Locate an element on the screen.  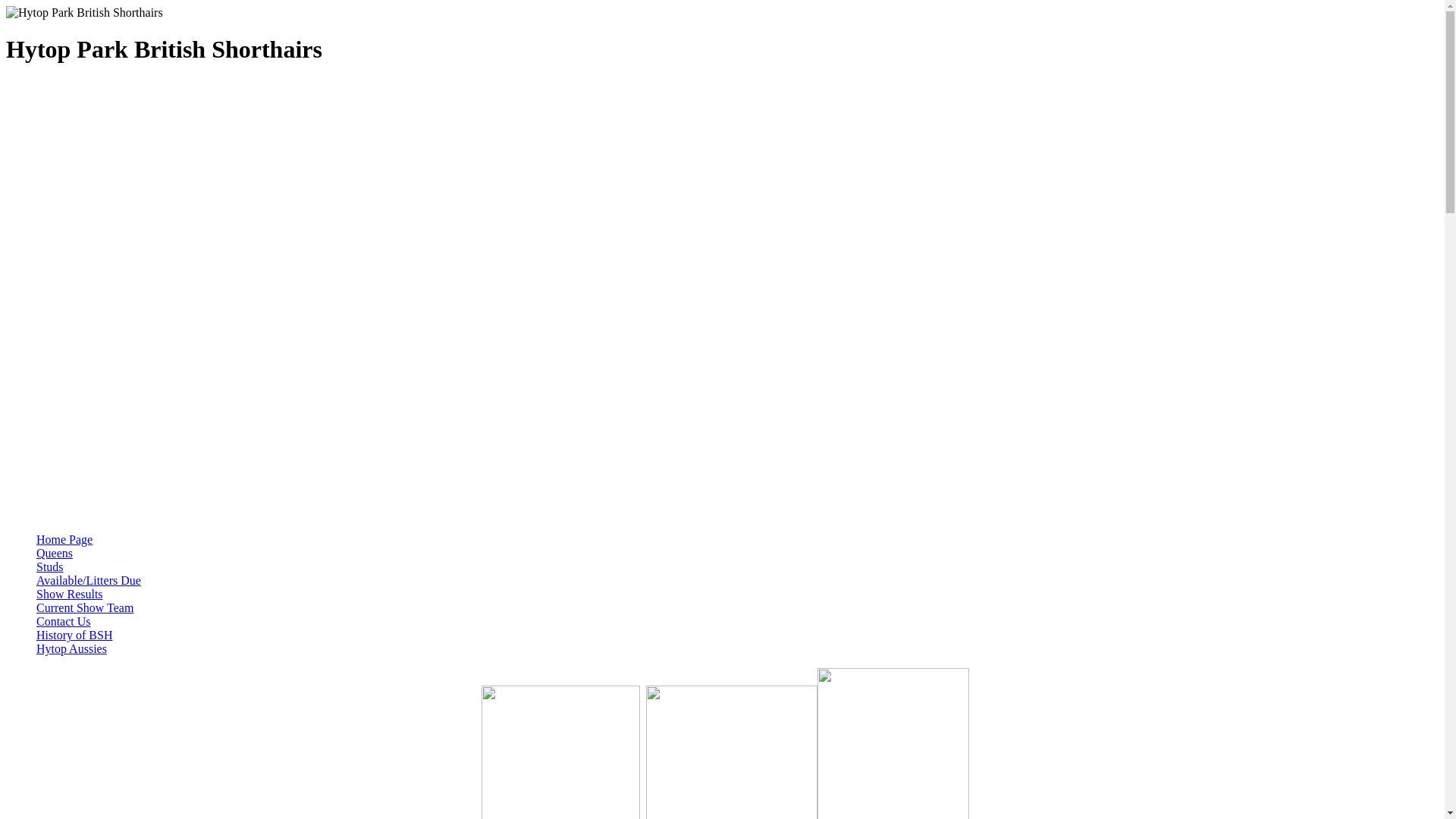
'Available/Litters Due' is located at coordinates (87, 580).